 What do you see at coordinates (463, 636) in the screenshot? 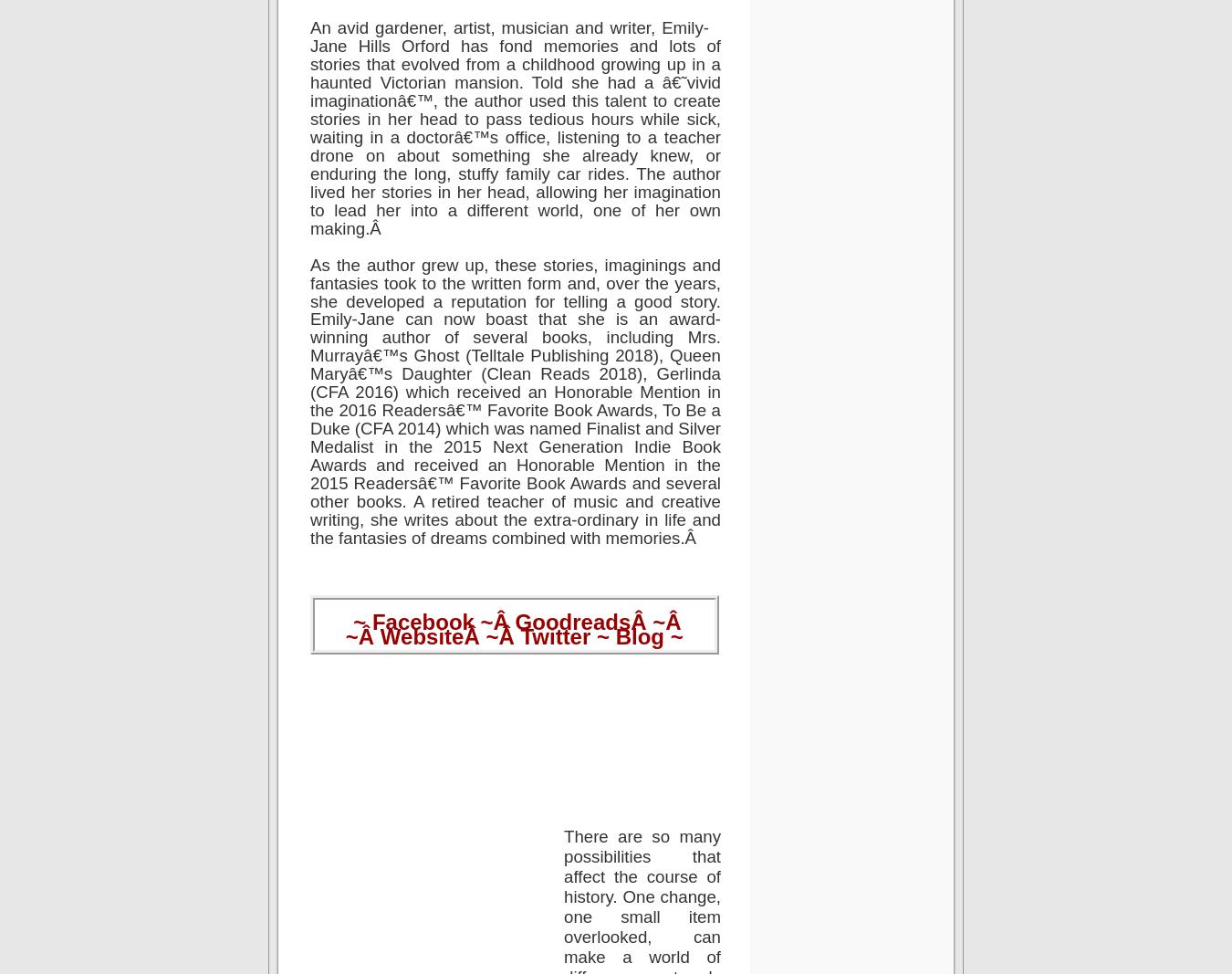
I see `'Â ~Â'` at bounding box center [463, 636].